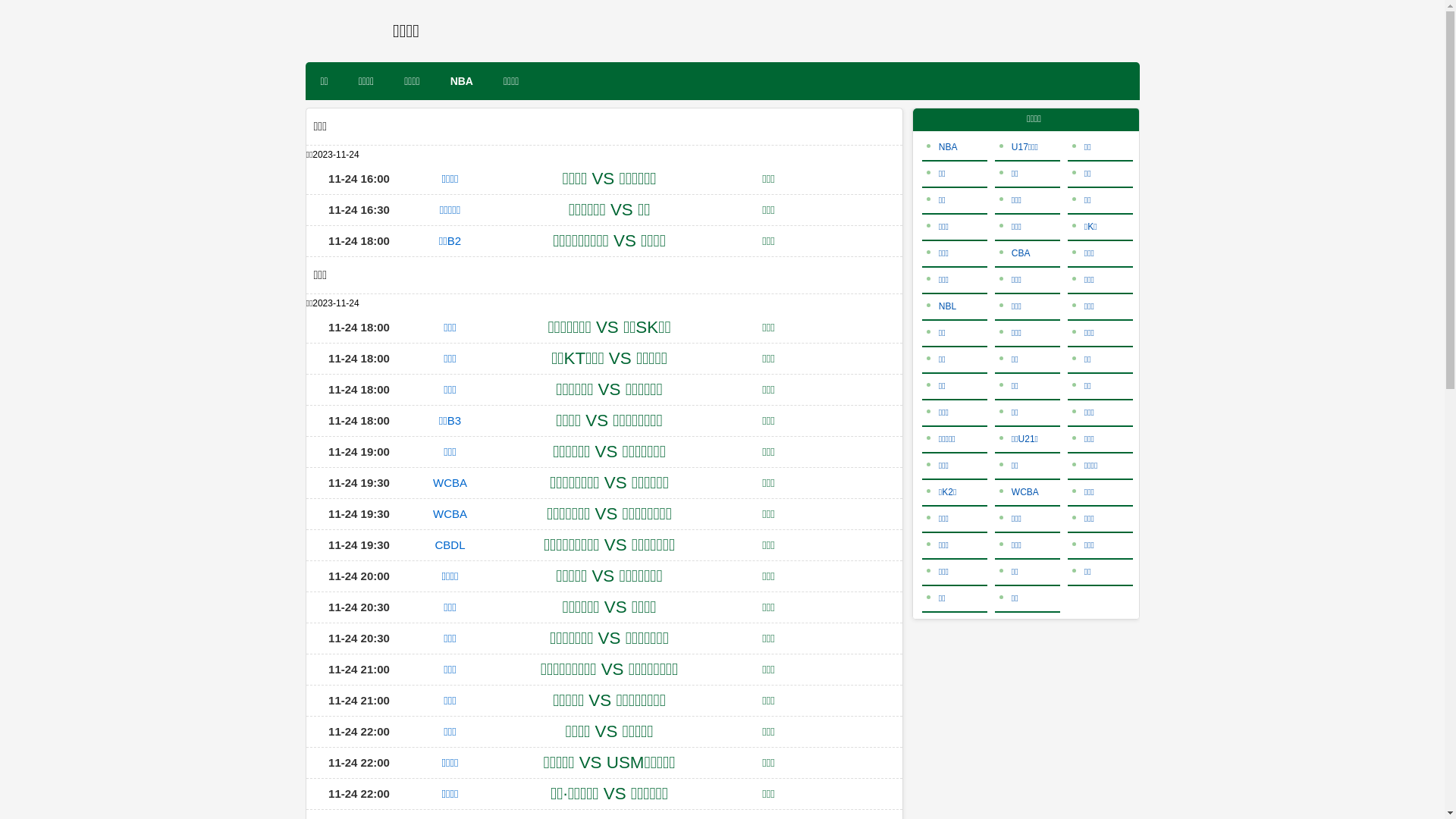 The height and width of the screenshot is (819, 1456). I want to click on 'NBA', so click(461, 81).